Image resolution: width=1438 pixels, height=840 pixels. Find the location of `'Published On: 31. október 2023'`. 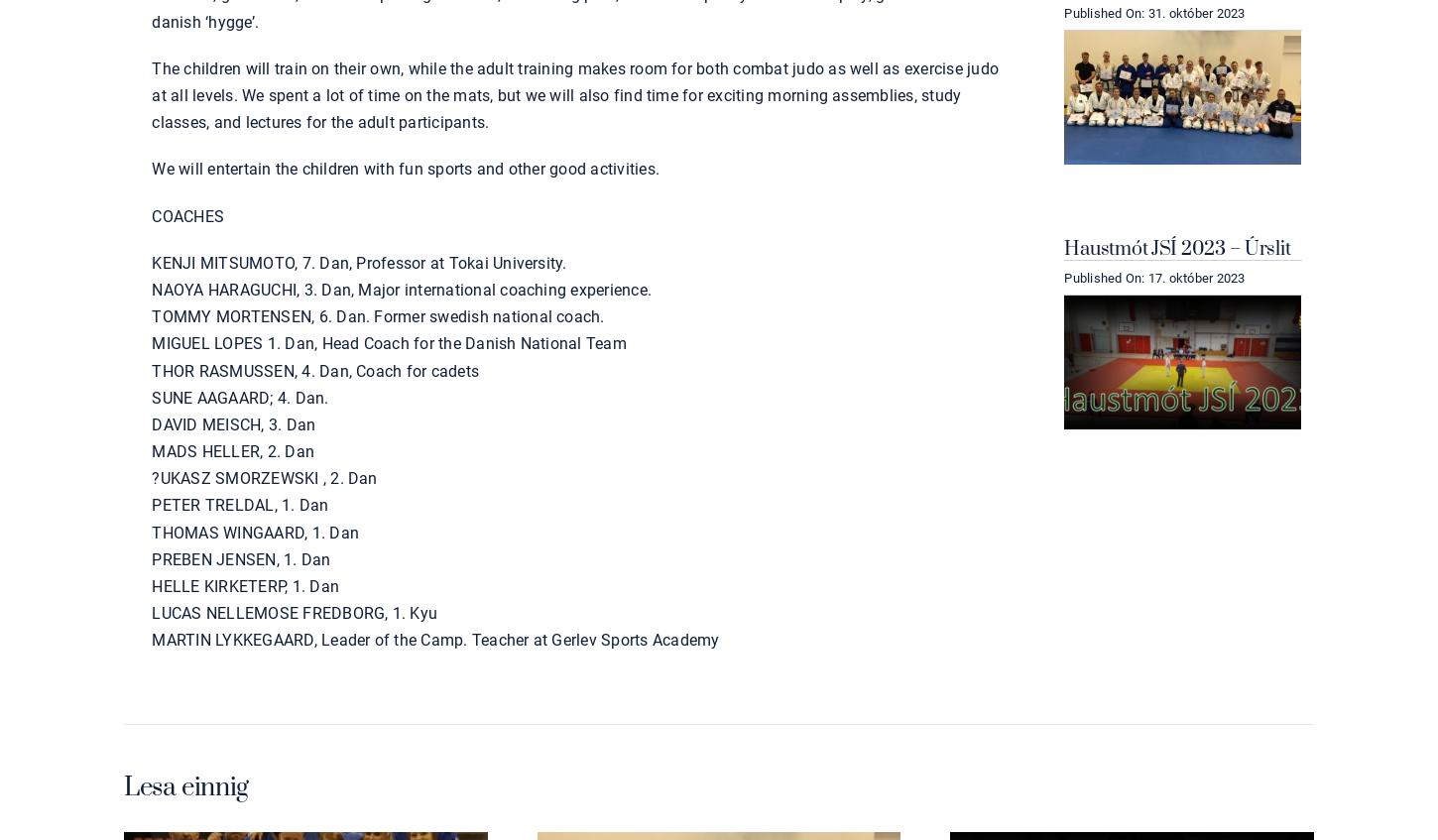

'Published On: 31. október 2023' is located at coordinates (1153, 11).